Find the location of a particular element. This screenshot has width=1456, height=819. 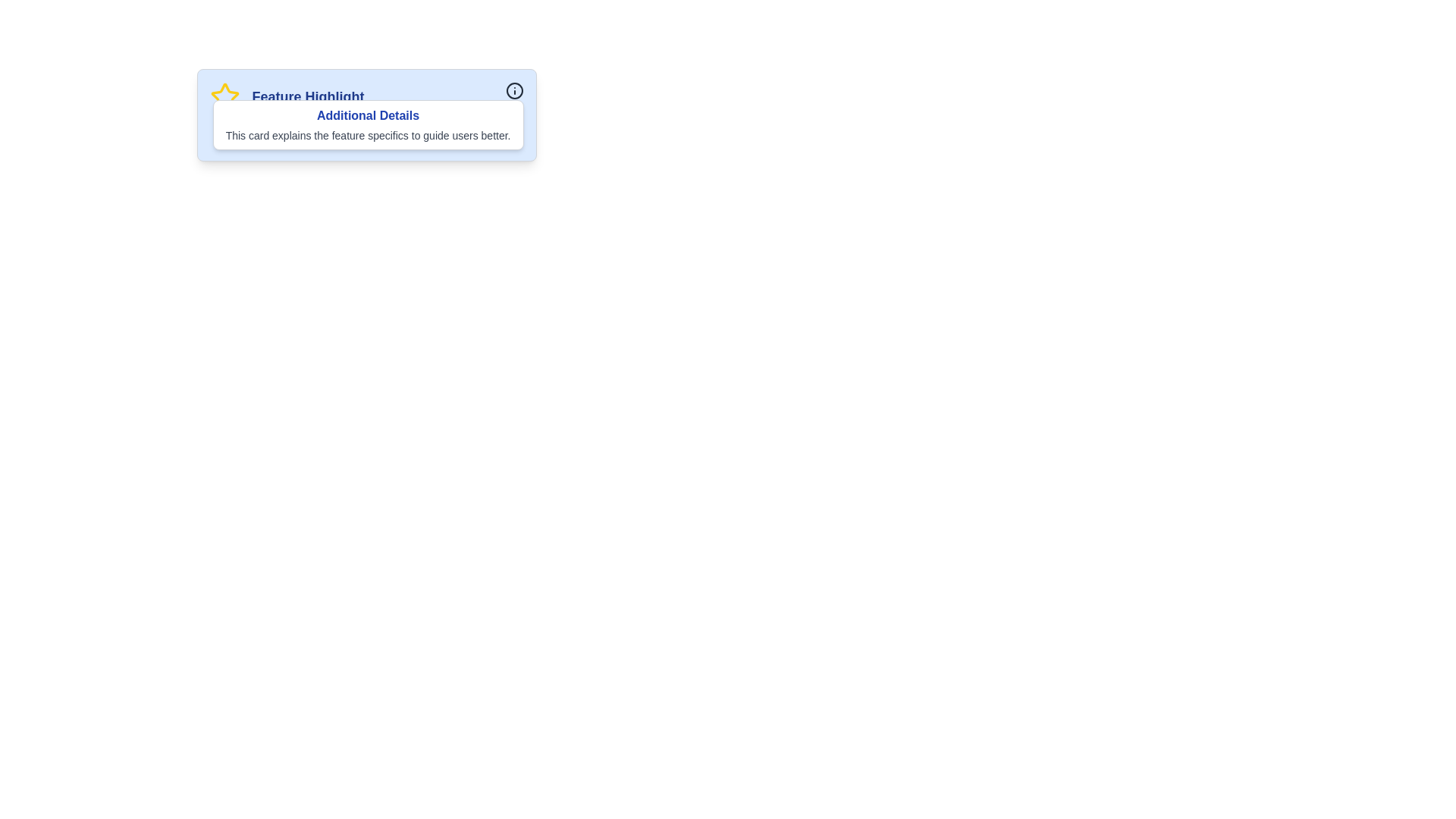

the circular blue outlined informational icon located in the top-right corner of the card, above the 'Feature Highlight' and 'Additional Details' text is located at coordinates (514, 90).